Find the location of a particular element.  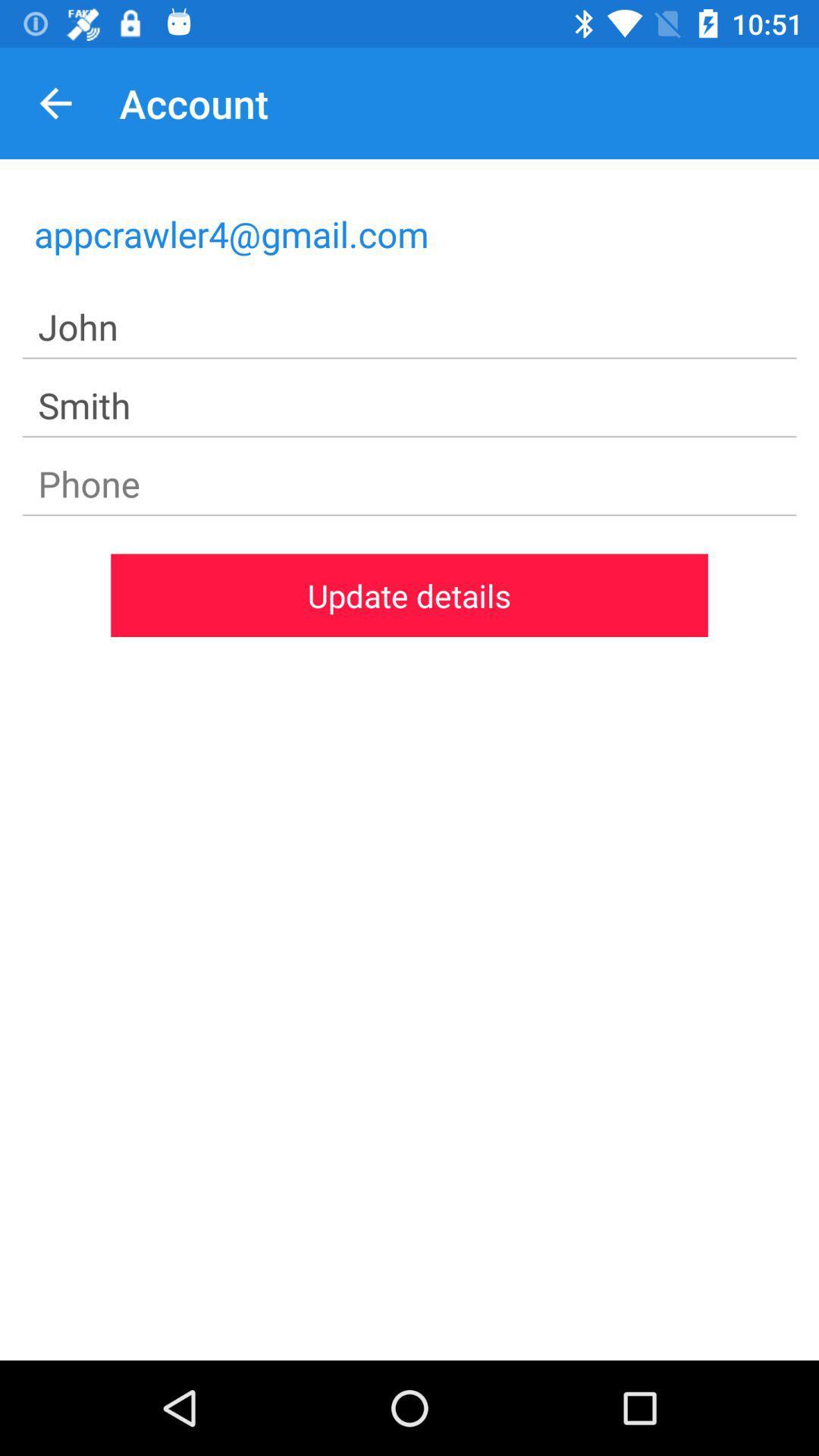

item above the appcrawler4@gmail.com item is located at coordinates (55, 102).